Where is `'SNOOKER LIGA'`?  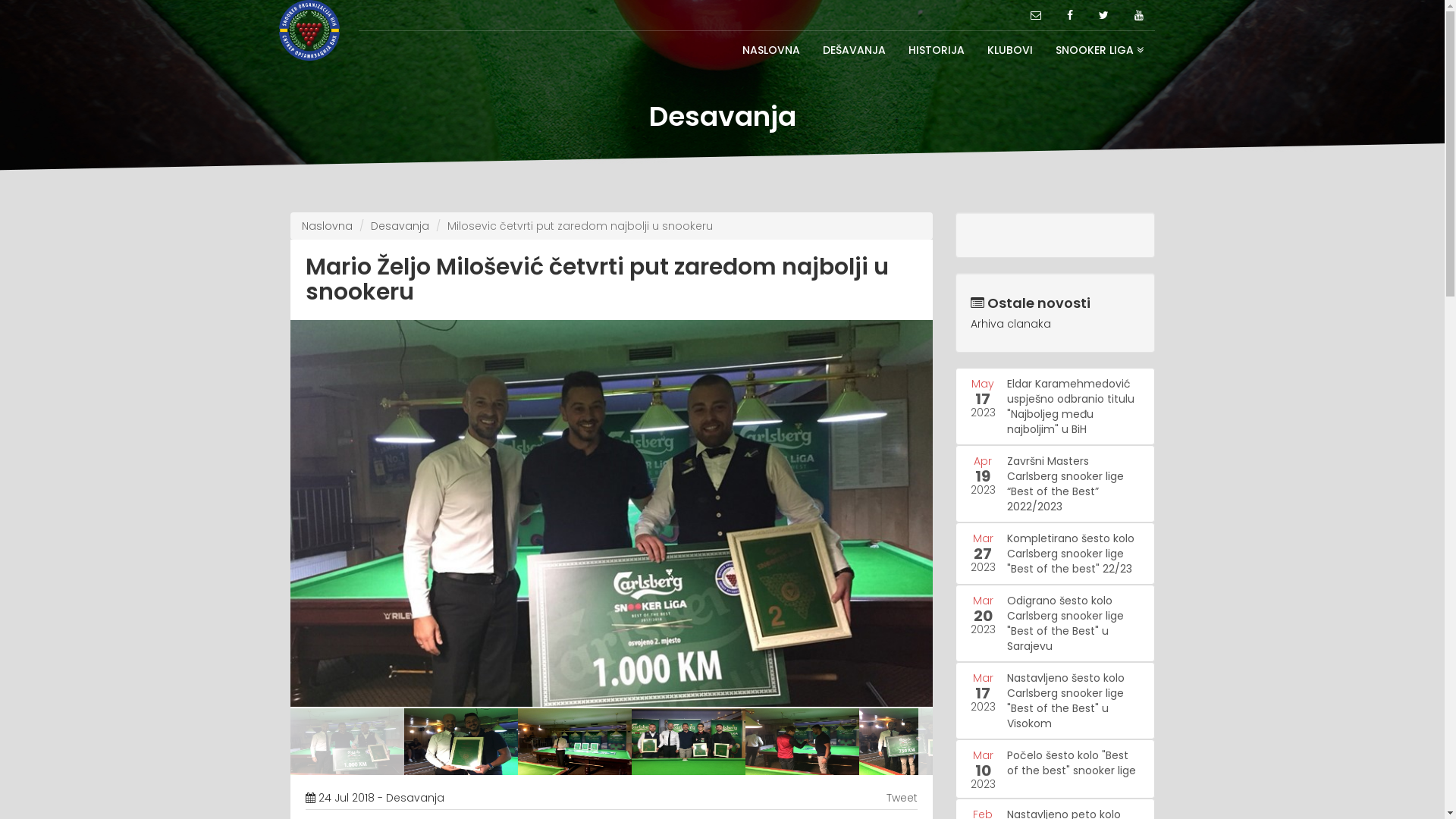 'SNOOKER LIGA' is located at coordinates (1099, 49).